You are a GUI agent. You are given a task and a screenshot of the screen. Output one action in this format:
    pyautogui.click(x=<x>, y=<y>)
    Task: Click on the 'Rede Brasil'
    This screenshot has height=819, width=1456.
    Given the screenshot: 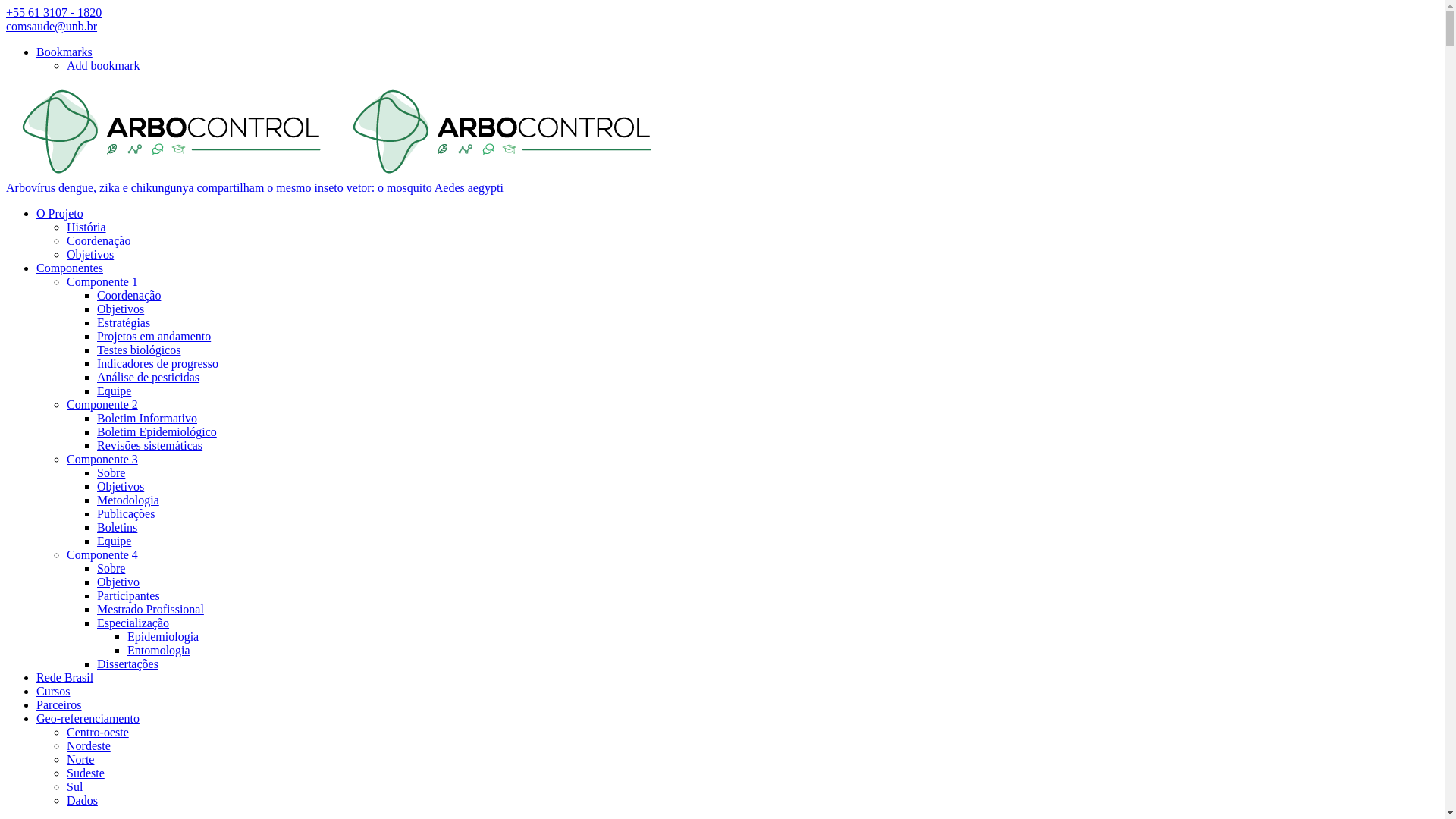 What is the action you would take?
    pyautogui.click(x=36, y=676)
    